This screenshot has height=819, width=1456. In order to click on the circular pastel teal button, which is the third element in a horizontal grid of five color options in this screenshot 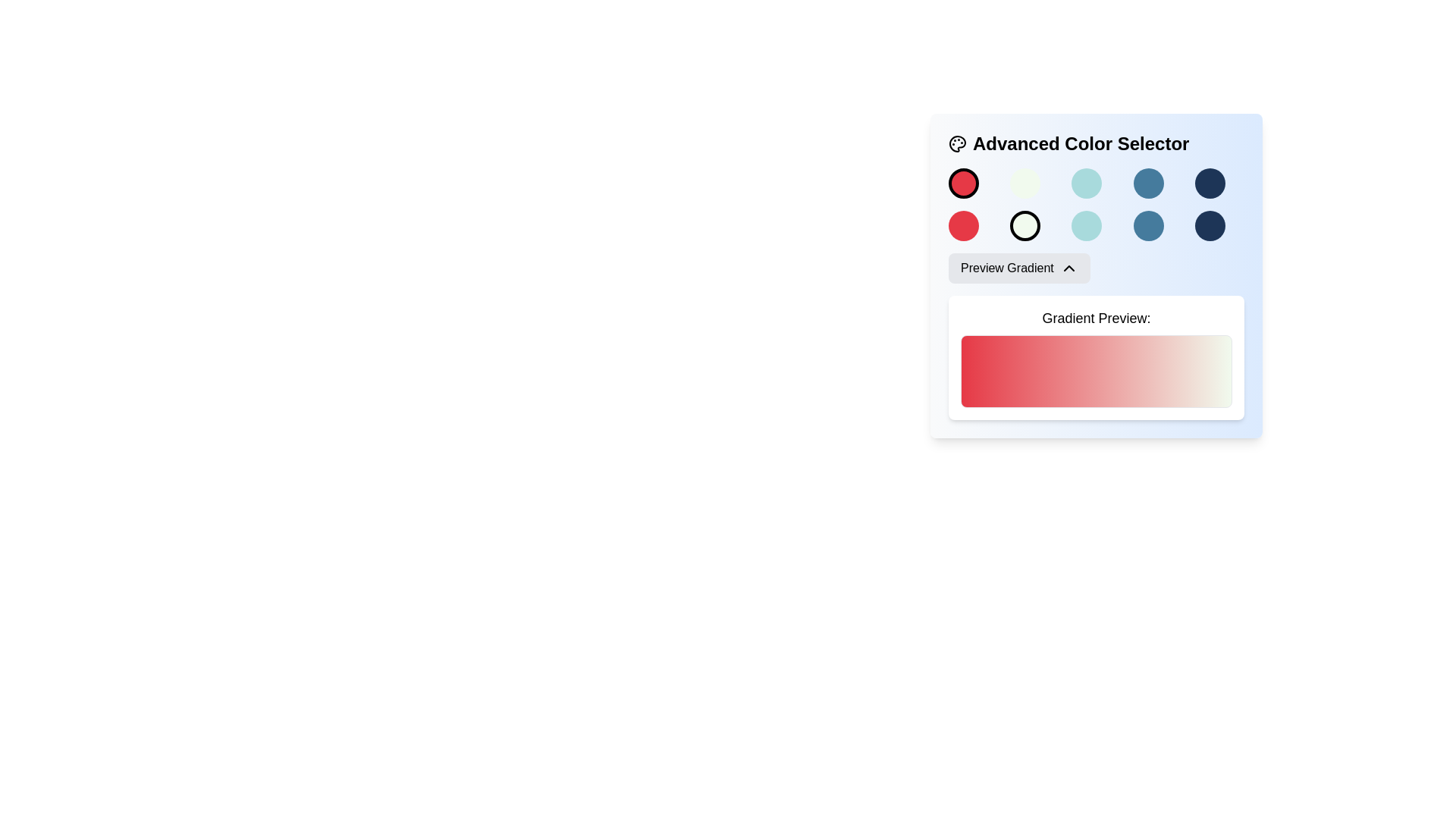, I will do `click(1086, 183)`.